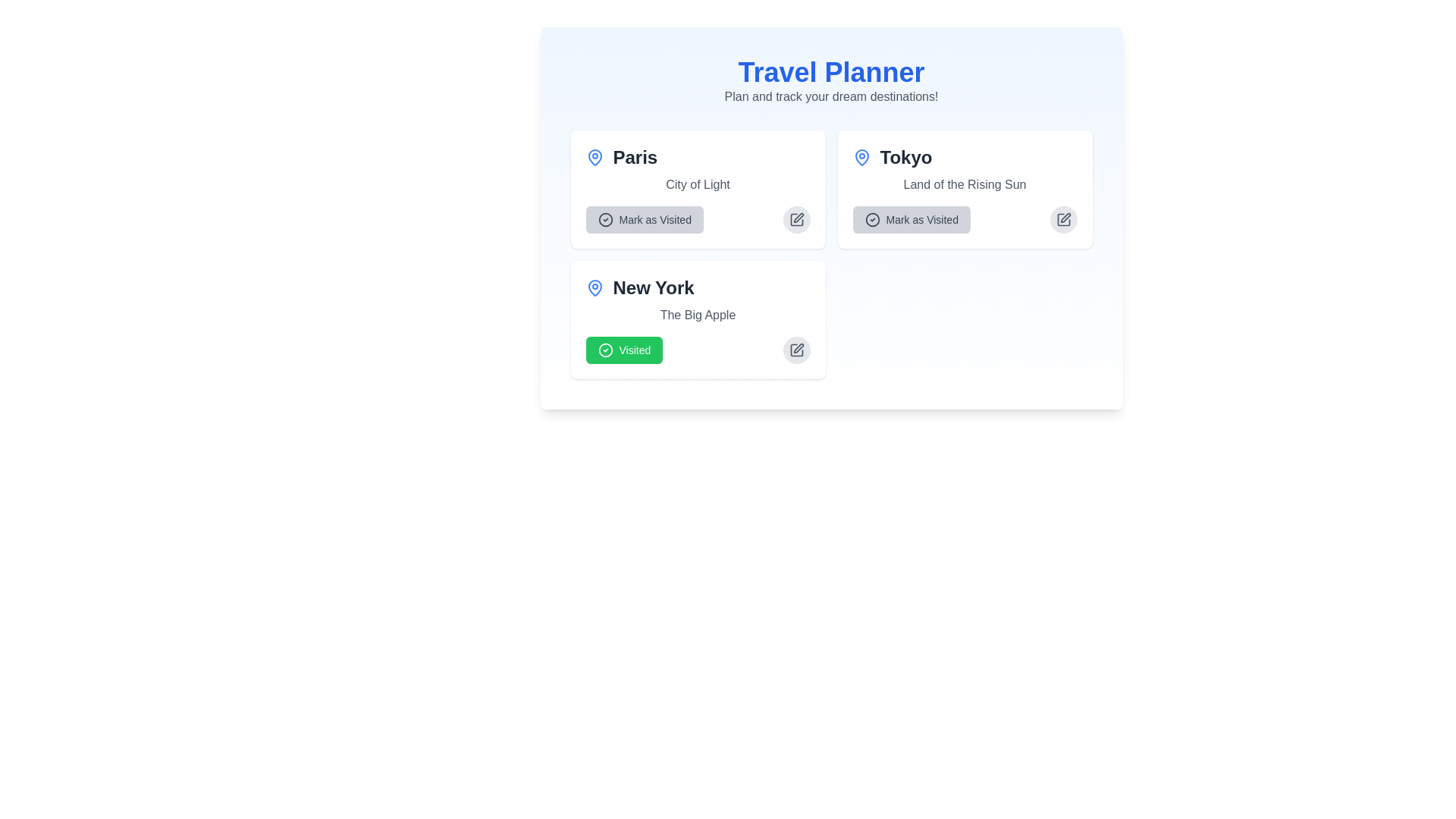 The height and width of the screenshot is (819, 1456). What do you see at coordinates (697, 219) in the screenshot?
I see `the 'Mark as Visited' button located at the bottom-left corner of the 'Paris' card layout to trigger visual feedback` at bounding box center [697, 219].